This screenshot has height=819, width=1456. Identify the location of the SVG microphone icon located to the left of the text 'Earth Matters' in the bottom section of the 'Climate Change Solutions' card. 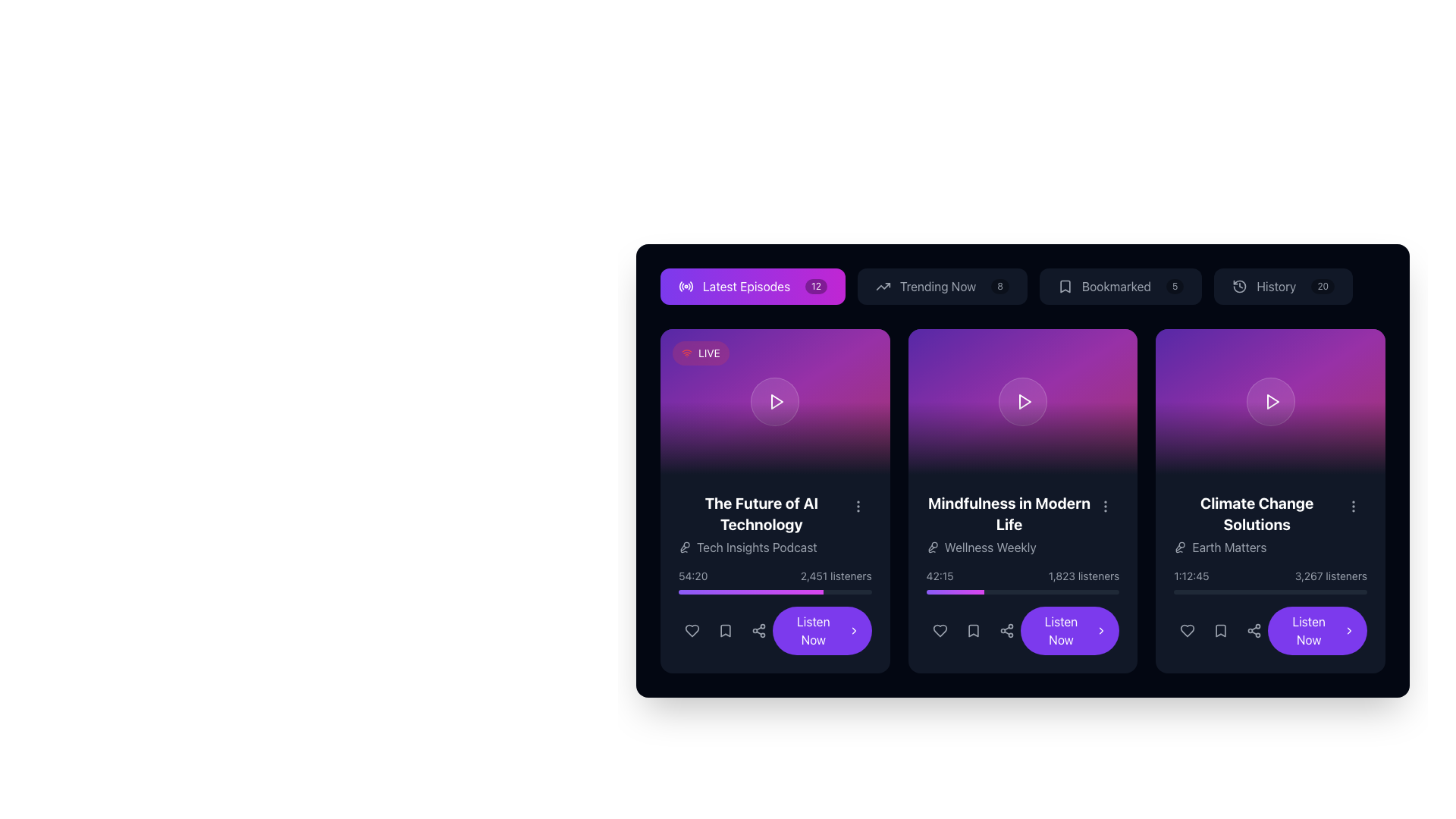
(1179, 547).